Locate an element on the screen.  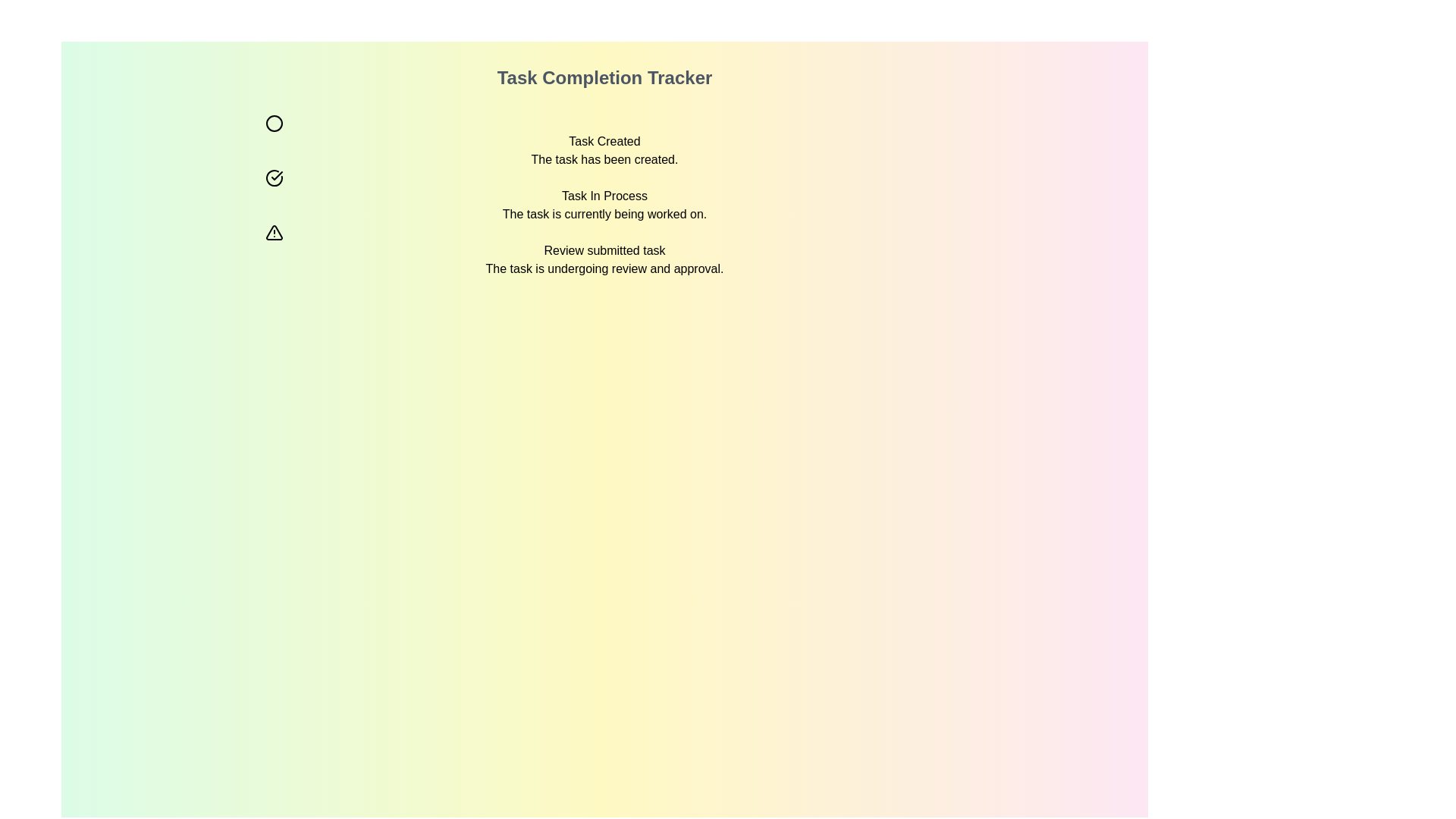
the informational text label indicating the successful creation of a task, located slightly below the 'Task Created' heading is located at coordinates (604, 160).